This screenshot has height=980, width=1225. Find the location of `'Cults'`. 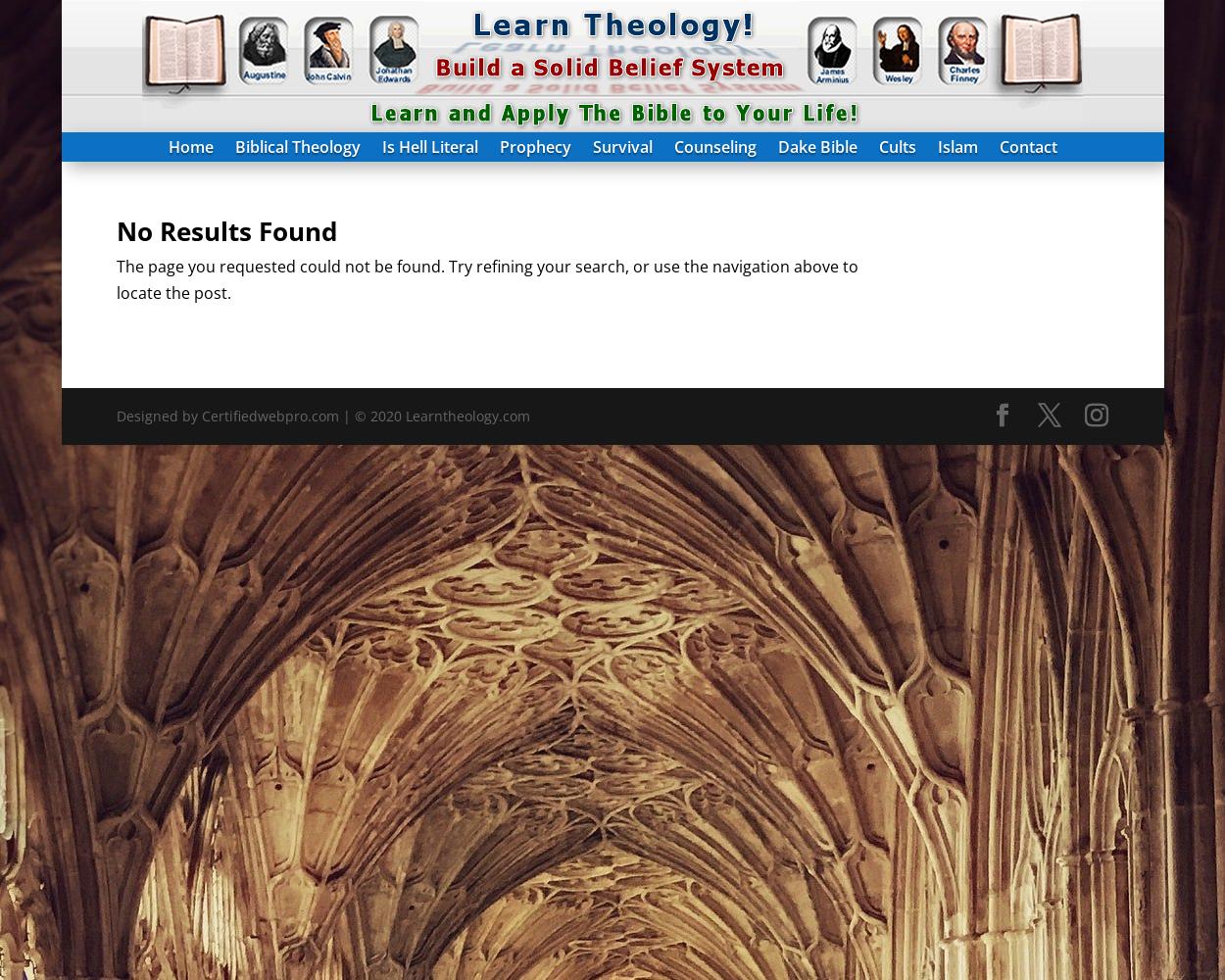

'Cults' is located at coordinates (897, 147).